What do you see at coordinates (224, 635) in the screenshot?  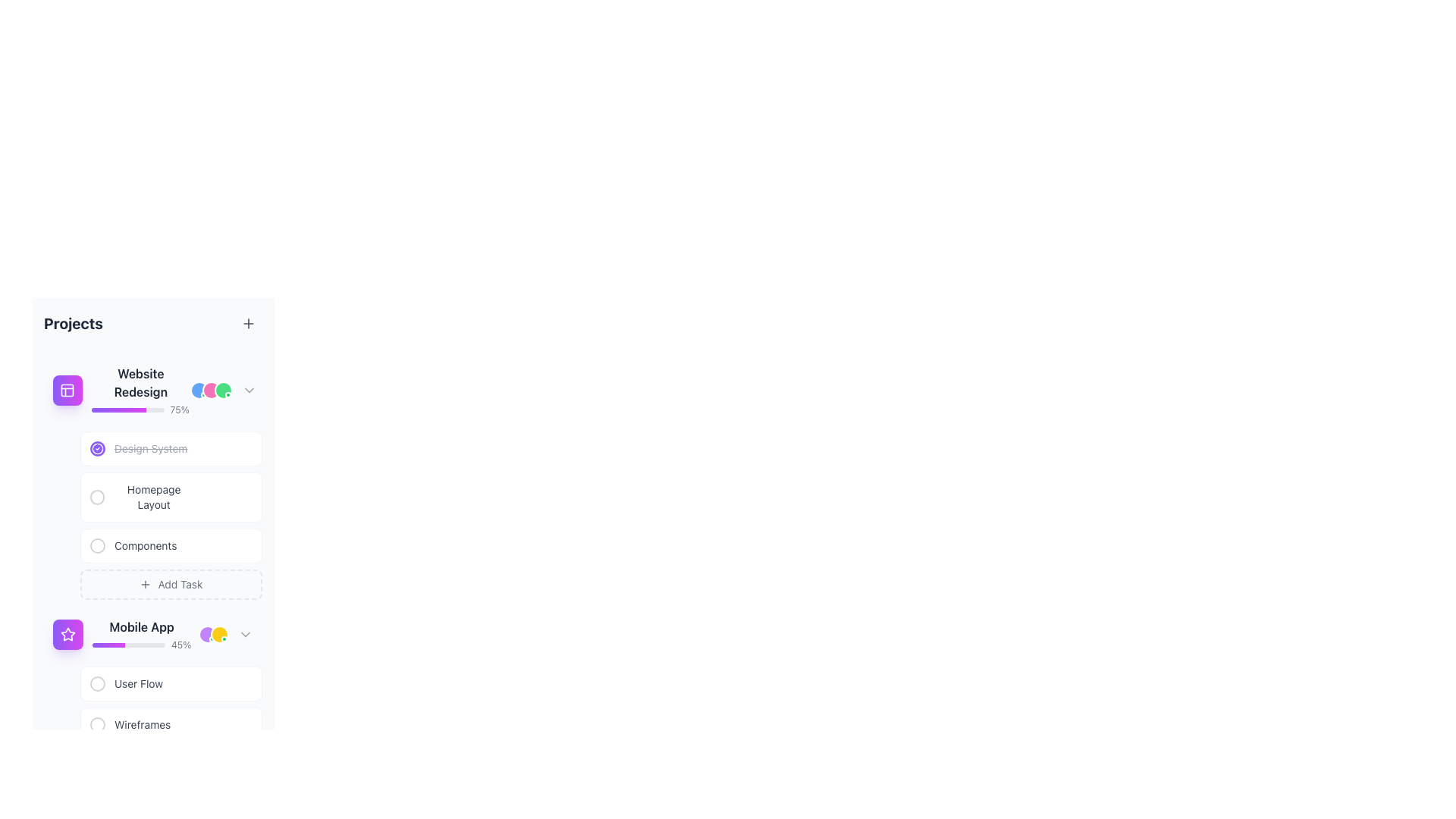 I see `the Interactive icon group with avatars and dropdown chevron located to the right of the 'Mobile App' section, aligned horizontally with the progress percentage indicator '45%'` at bounding box center [224, 635].